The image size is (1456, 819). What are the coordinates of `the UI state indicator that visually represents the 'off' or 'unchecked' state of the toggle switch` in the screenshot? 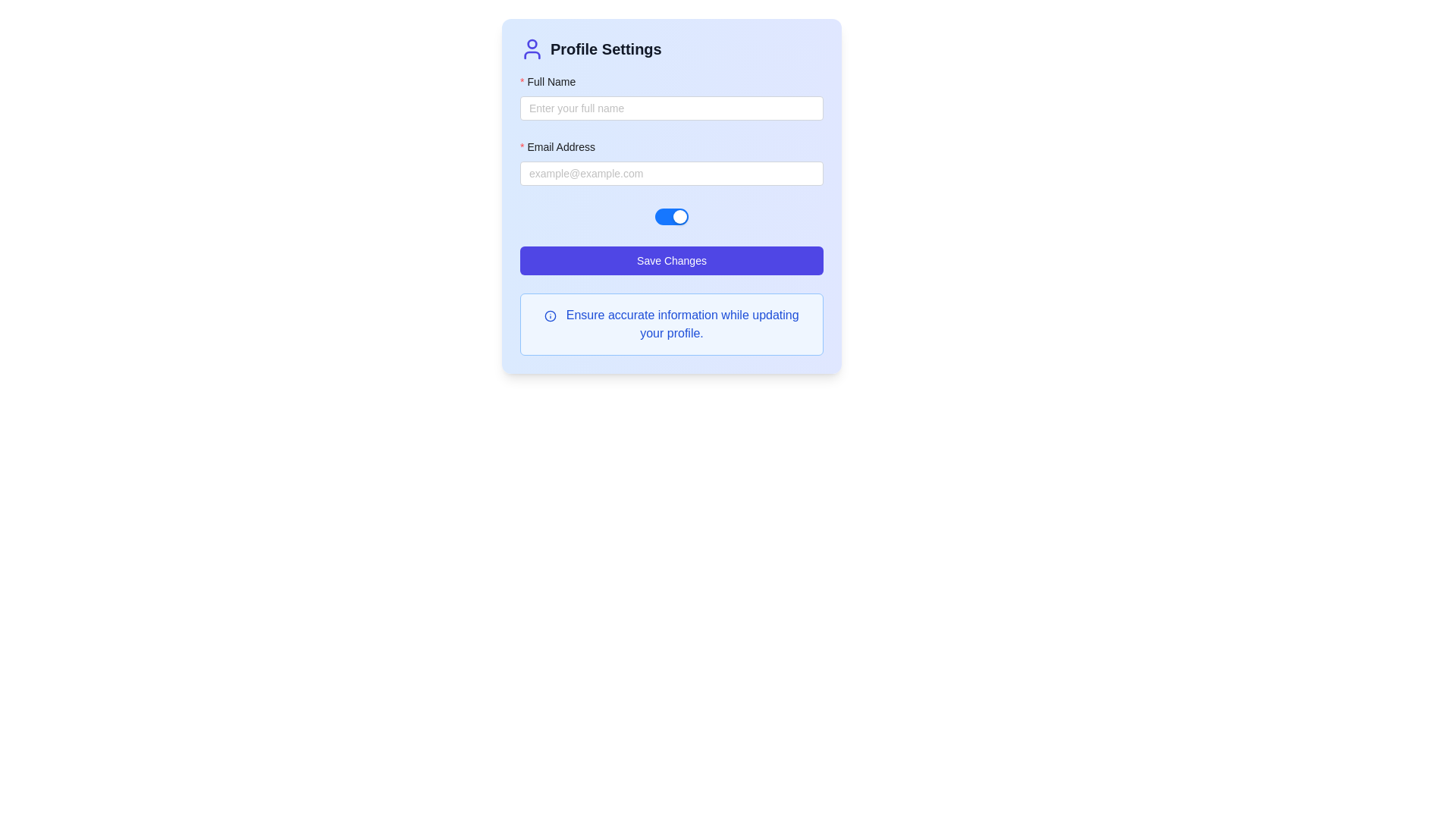 It's located at (693, 216).